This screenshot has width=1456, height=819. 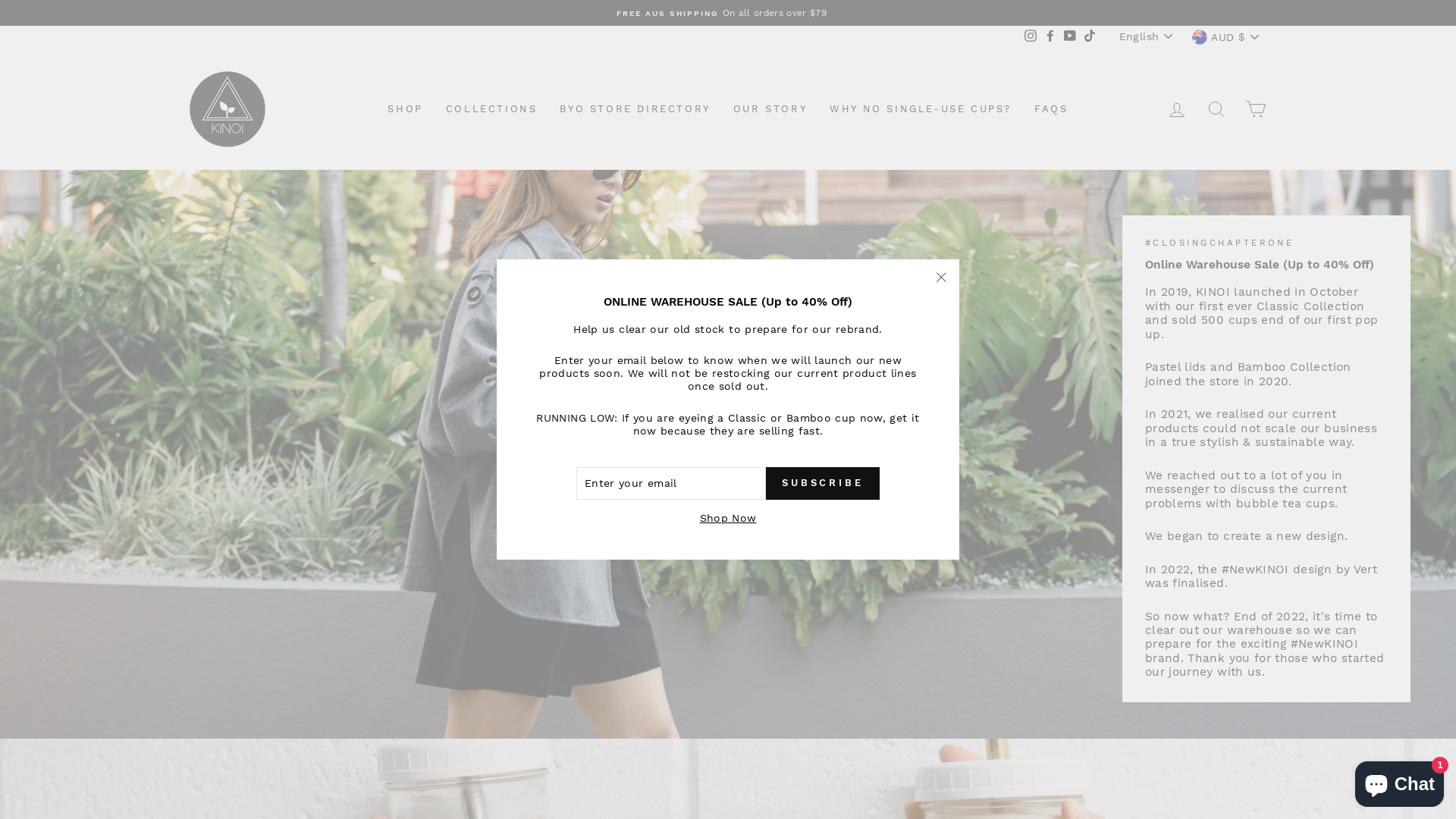 I want to click on 'LOG IN', so click(x=1175, y=108).